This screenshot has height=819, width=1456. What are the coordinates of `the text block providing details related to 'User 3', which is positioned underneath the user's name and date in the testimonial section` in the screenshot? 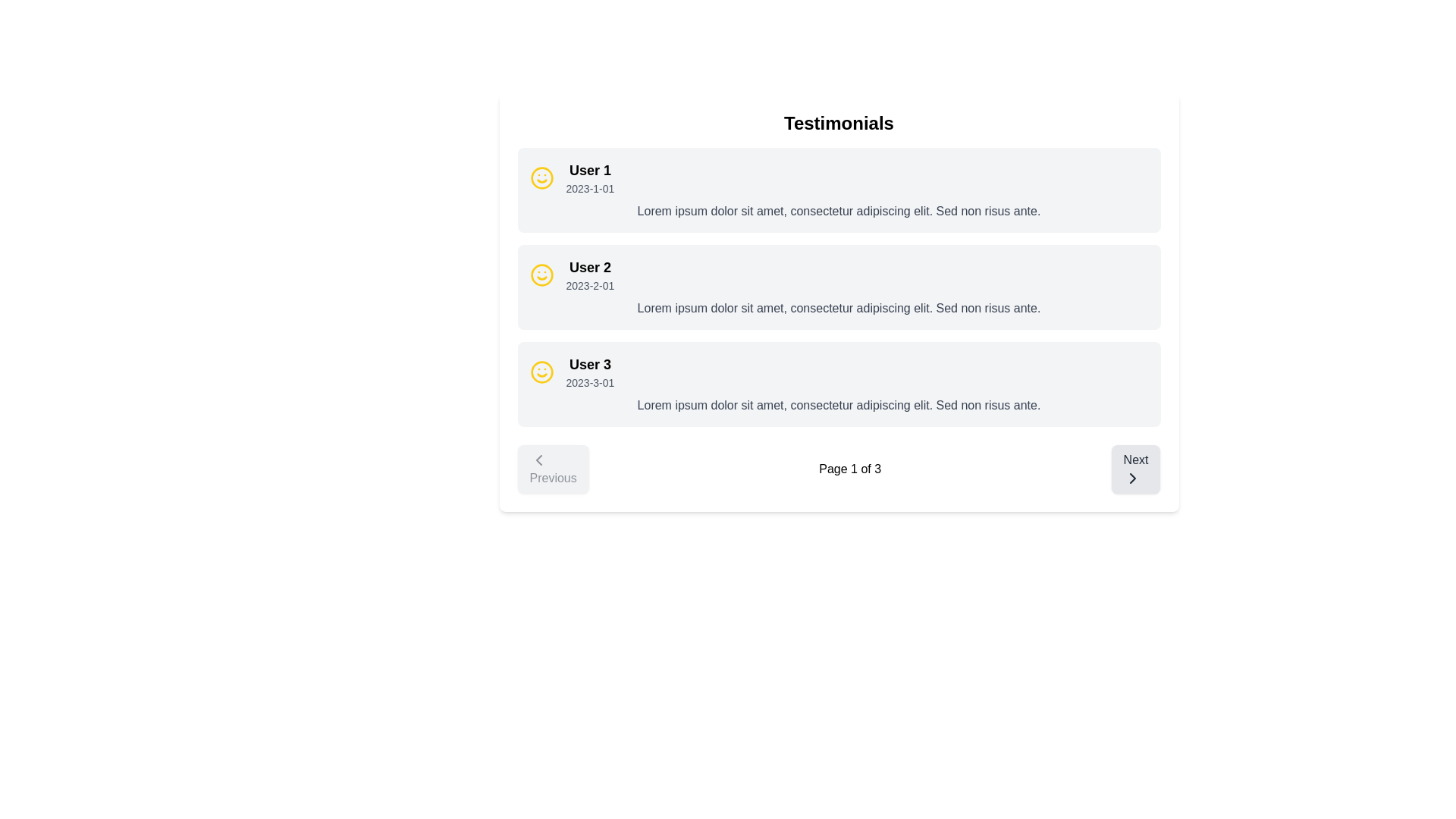 It's located at (838, 405).